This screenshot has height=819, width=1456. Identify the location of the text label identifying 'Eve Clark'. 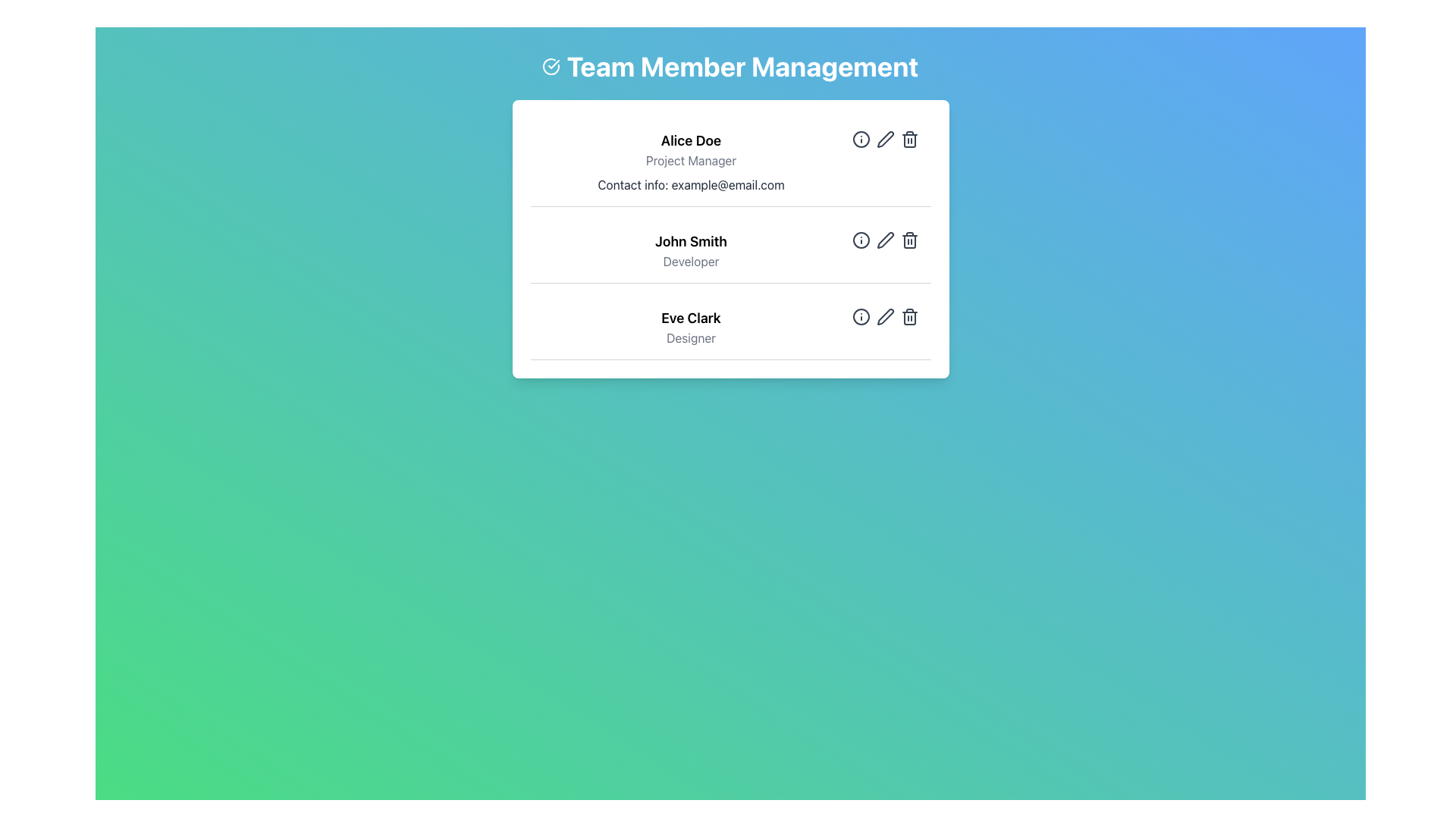
(690, 318).